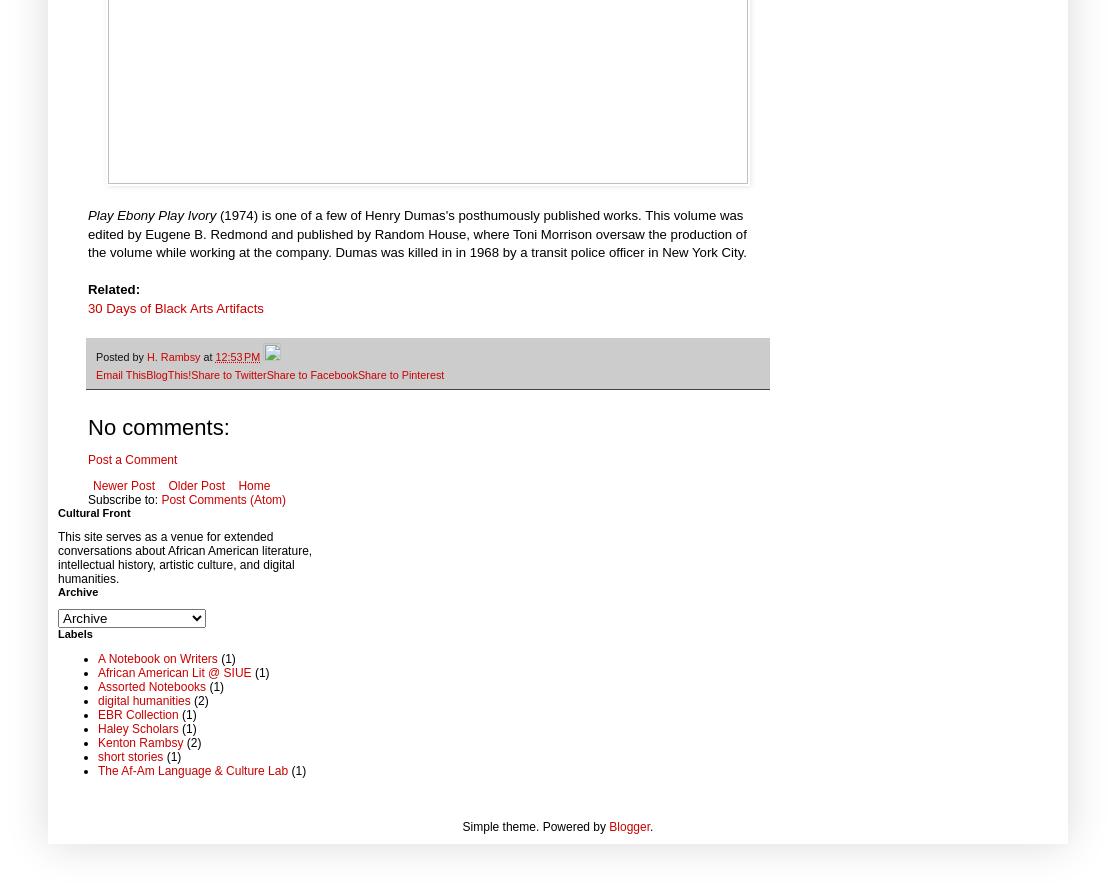  Describe the element at coordinates (93, 512) in the screenshot. I see `'Cultural Front'` at that location.